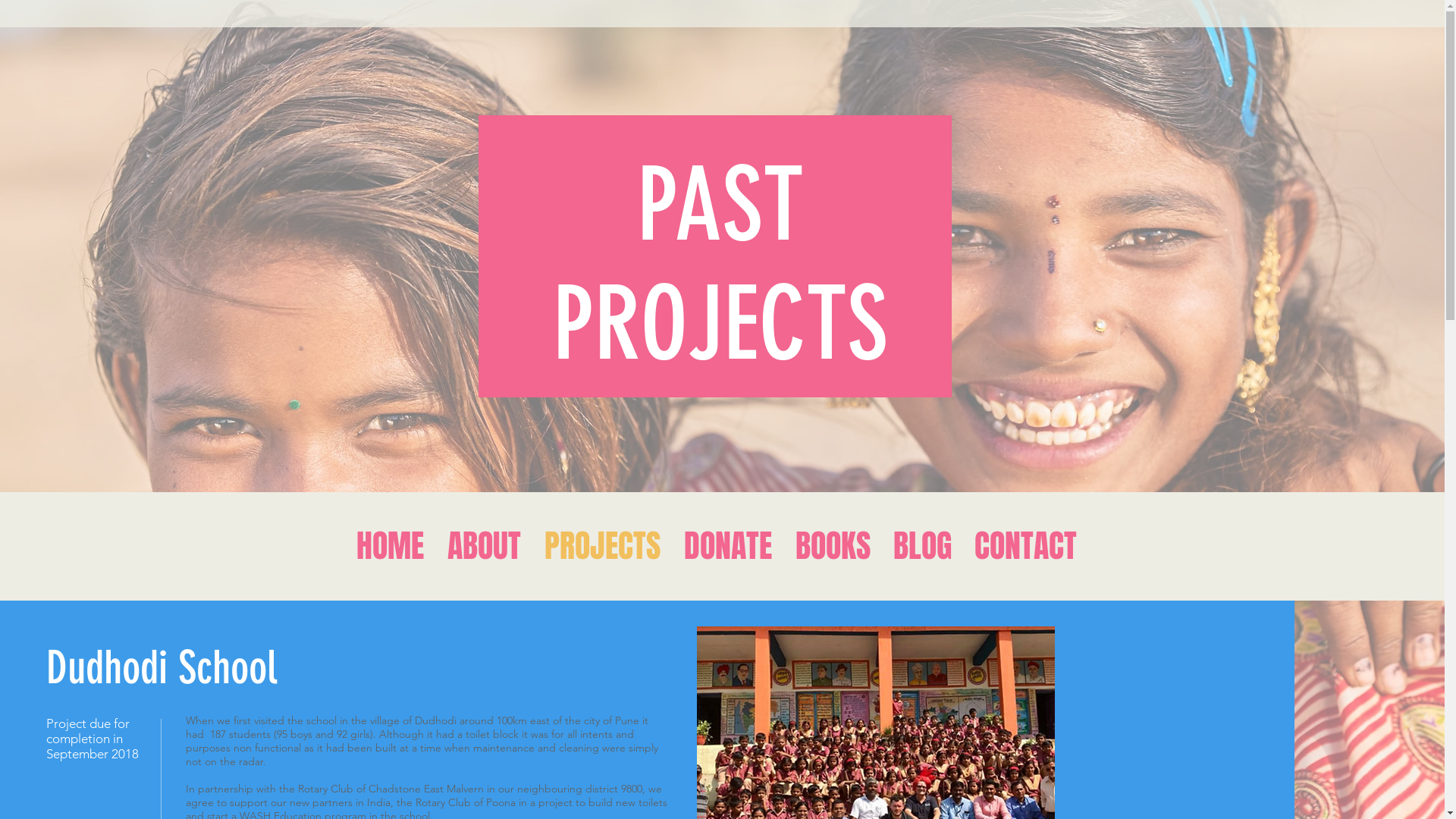 Image resolution: width=1456 pixels, height=819 pixels. What do you see at coordinates (726, 546) in the screenshot?
I see `'DONATE'` at bounding box center [726, 546].